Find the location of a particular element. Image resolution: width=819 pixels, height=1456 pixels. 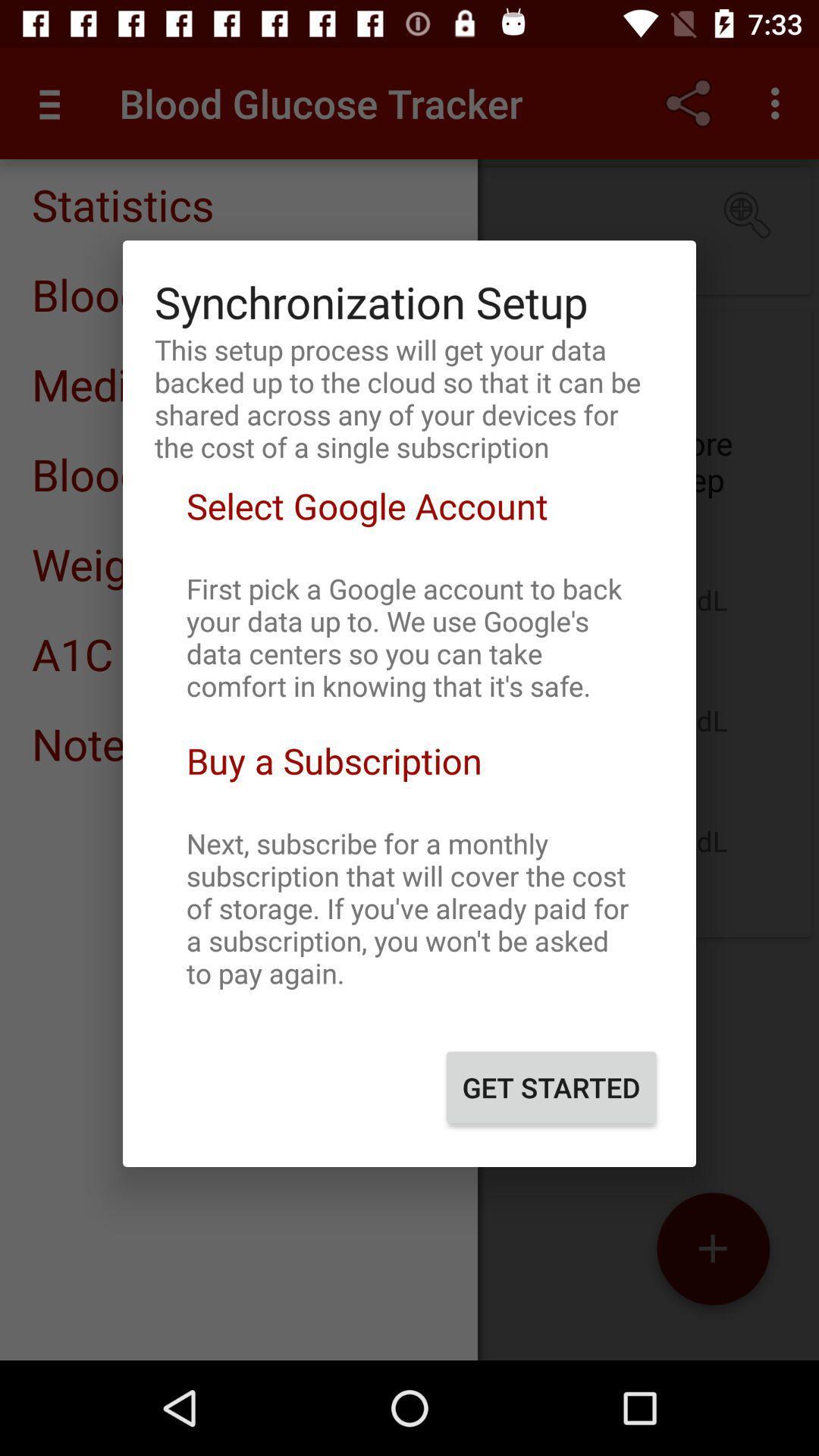

the get started item is located at coordinates (551, 1087).